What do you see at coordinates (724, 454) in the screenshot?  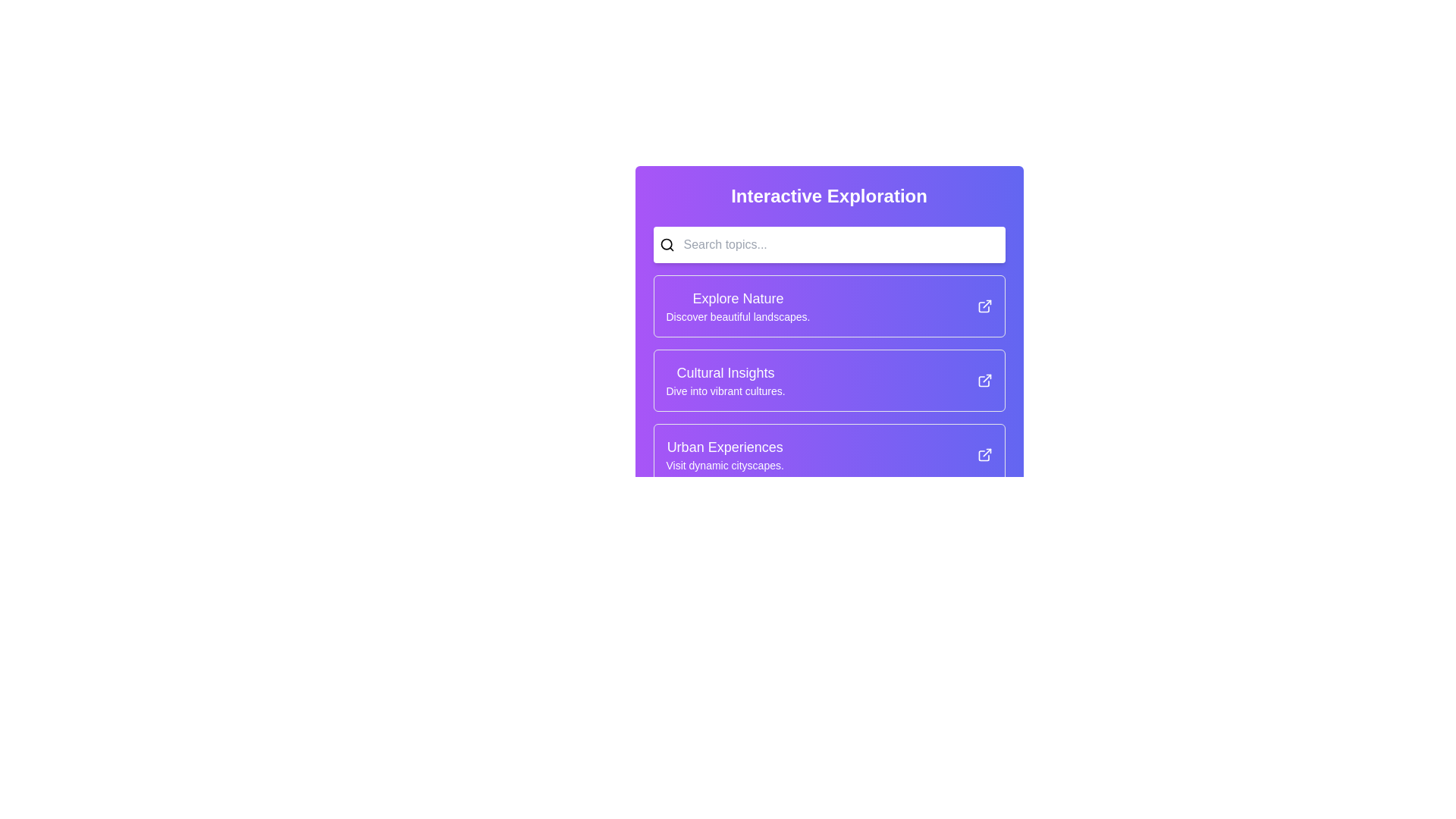 I see `the 'Urban Experiences' text label with link` at bounding box center [724, 454].